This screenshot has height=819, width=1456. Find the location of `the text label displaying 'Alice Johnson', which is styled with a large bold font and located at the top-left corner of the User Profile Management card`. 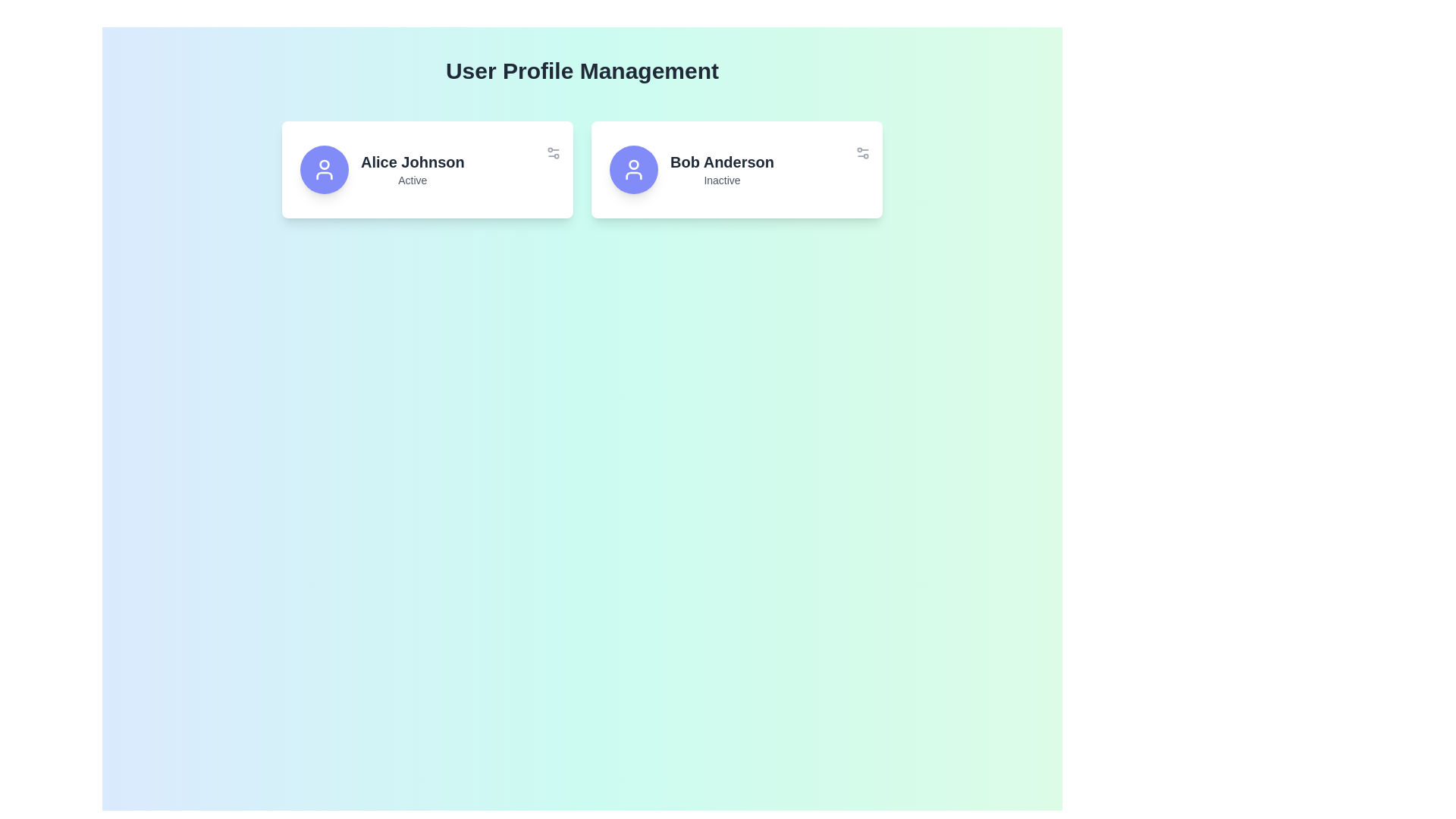

the text label displaying 'Alice Johnson', which is styled with a large bold font and located at the top-left corner of the User Profile Management card is located at coordinates (413, 162).